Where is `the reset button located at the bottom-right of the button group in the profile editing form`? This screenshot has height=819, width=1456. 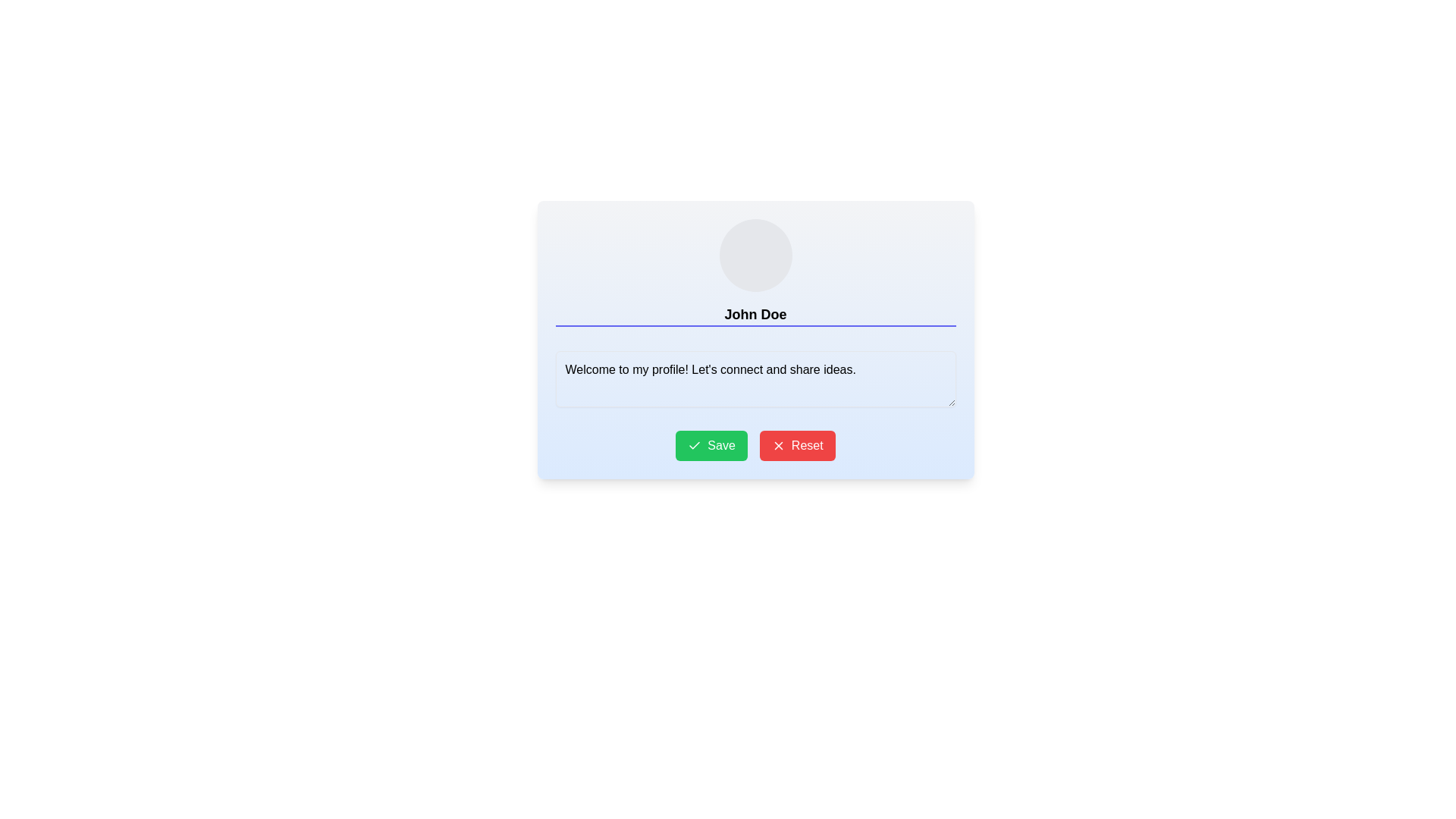
the reset button located at the bottom-right of the button group in the profile editing form is located at coordinates (796, 444).